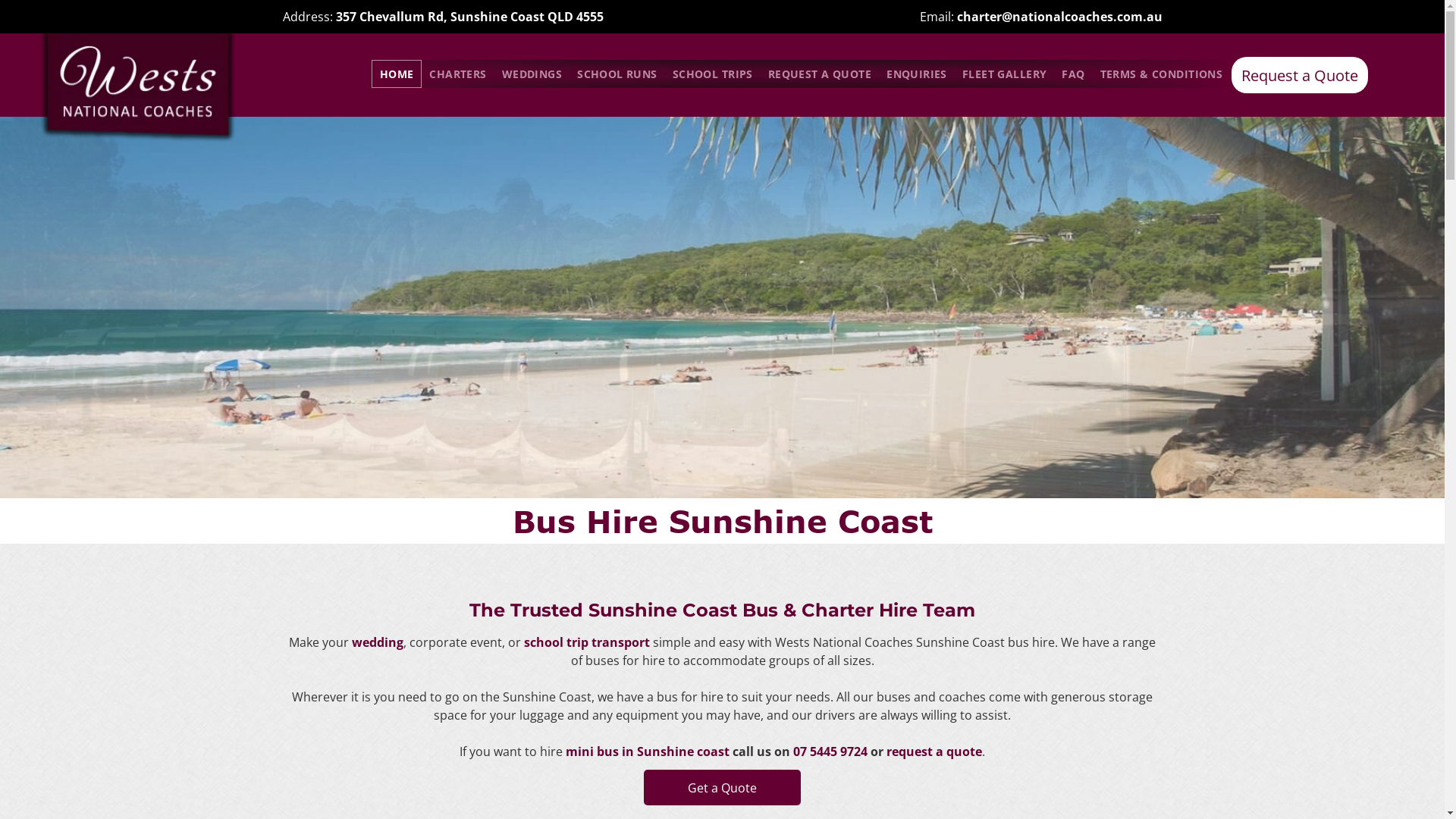 The width and height of the screenshot is (1456, 819). I want to click on 'SCHOOL TRIPS', so click(712, 74).